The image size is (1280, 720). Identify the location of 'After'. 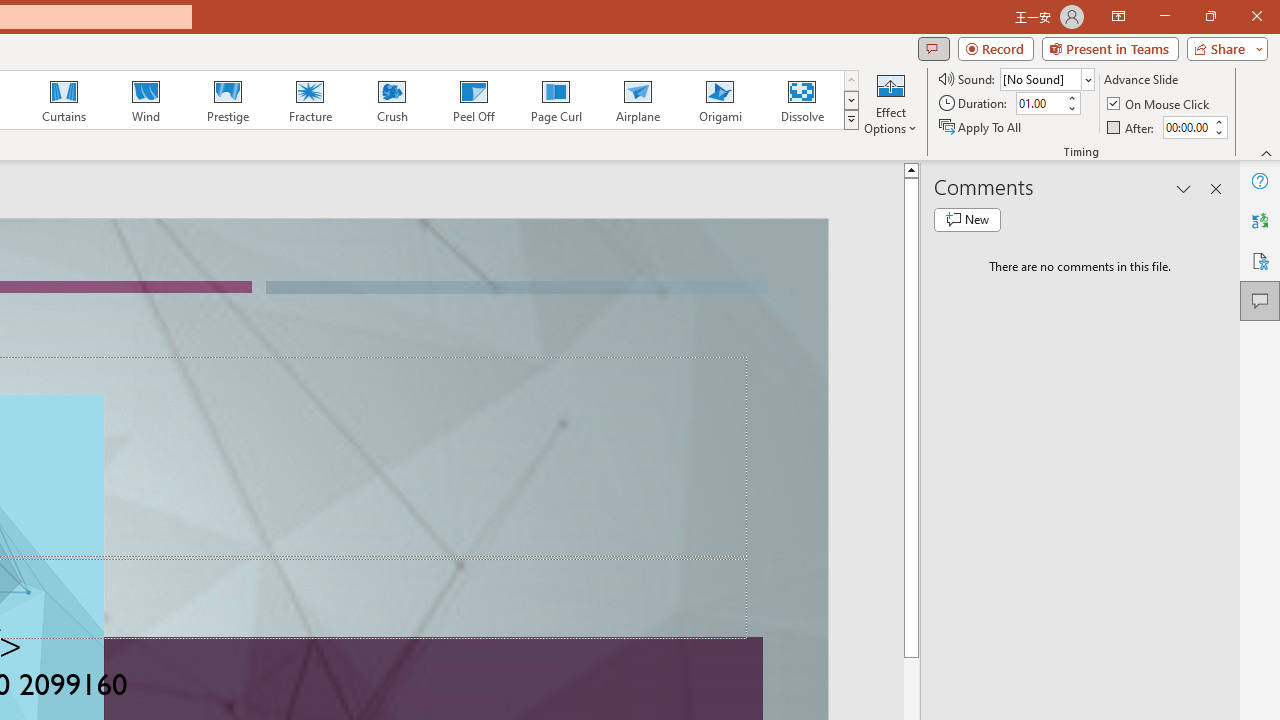
(1186, 127).